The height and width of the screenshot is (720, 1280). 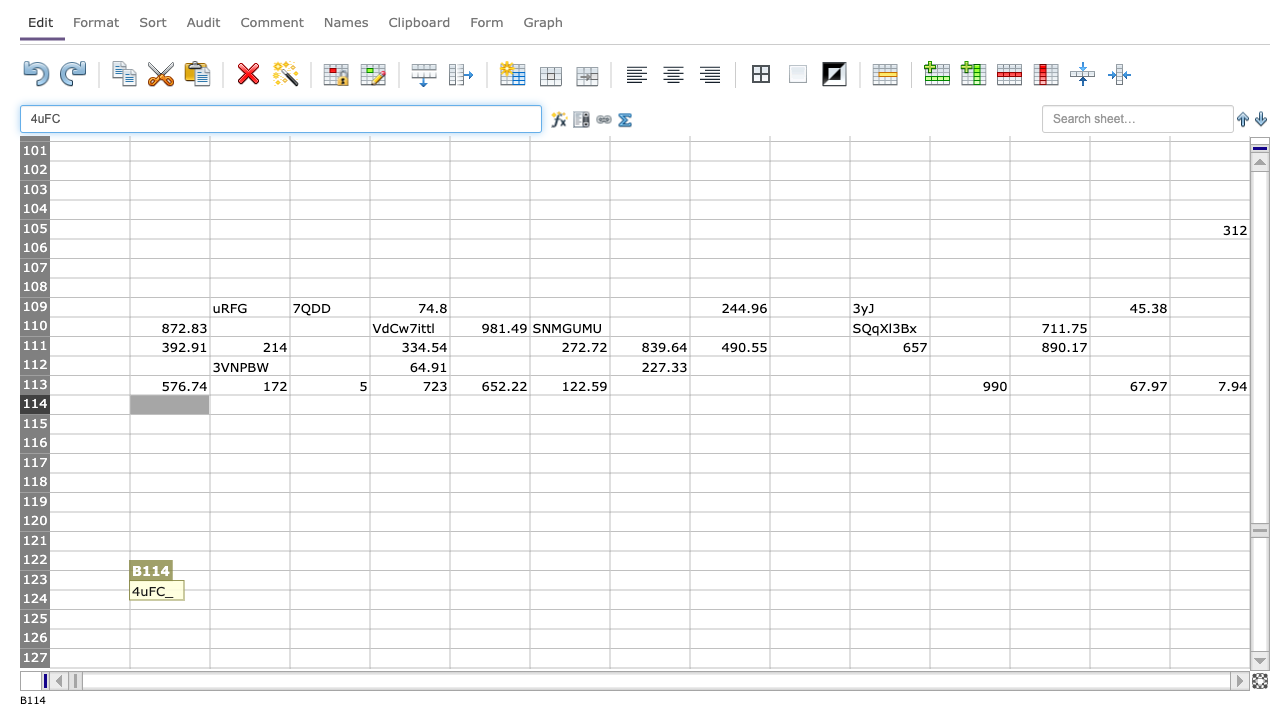 I want to click on Activate cell C124, so click(x=248, y=598).